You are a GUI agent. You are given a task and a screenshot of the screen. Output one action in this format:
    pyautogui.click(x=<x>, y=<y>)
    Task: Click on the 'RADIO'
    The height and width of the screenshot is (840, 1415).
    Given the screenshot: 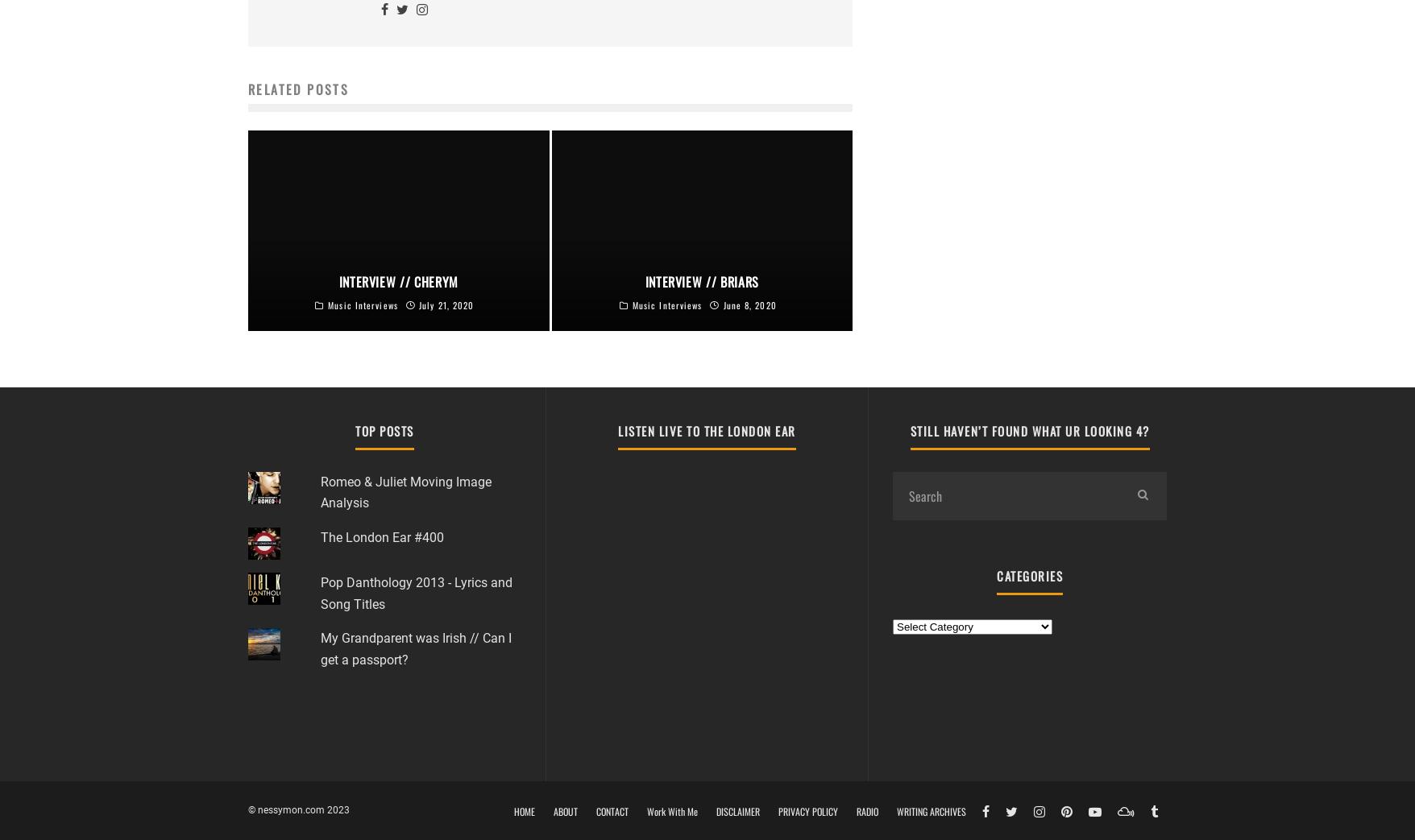 What is the action you would take?
    pyautogui.click(x=866, y=810)
    